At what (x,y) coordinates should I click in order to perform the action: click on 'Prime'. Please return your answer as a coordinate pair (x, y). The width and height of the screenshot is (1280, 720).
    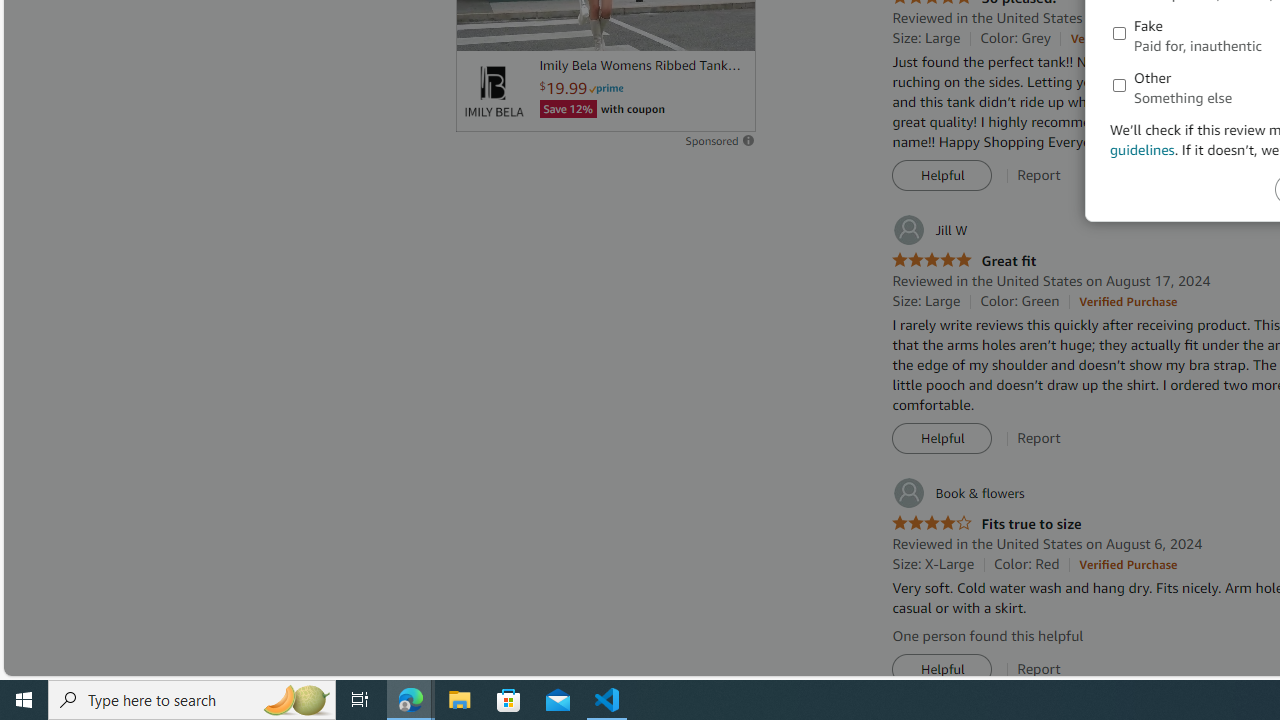
    Looking at the image, I should click on (605, 87).